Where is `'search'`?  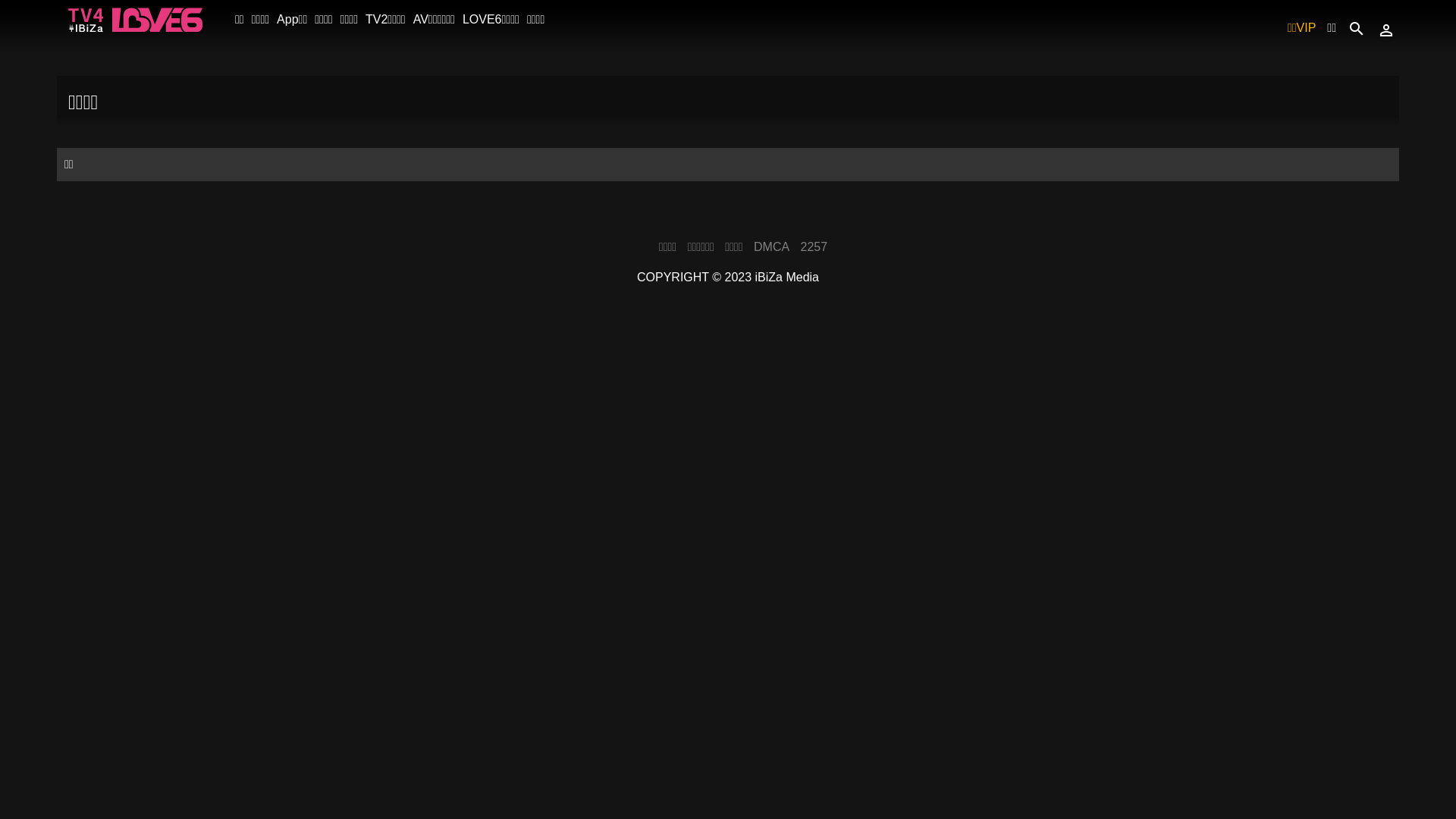
'search' is located at coordinates (1357, 27).